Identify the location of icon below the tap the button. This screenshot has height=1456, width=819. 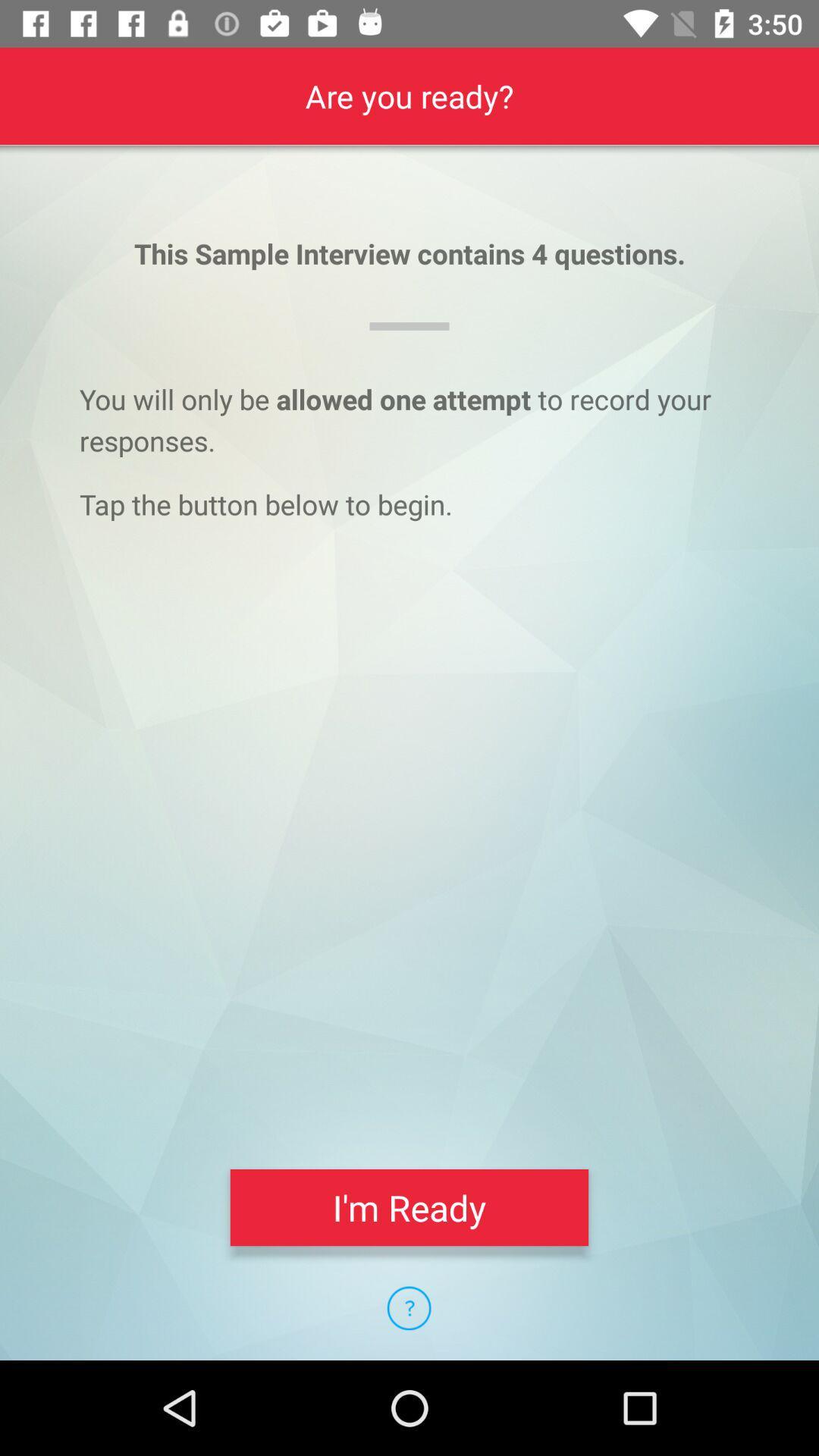
(409, 1207).